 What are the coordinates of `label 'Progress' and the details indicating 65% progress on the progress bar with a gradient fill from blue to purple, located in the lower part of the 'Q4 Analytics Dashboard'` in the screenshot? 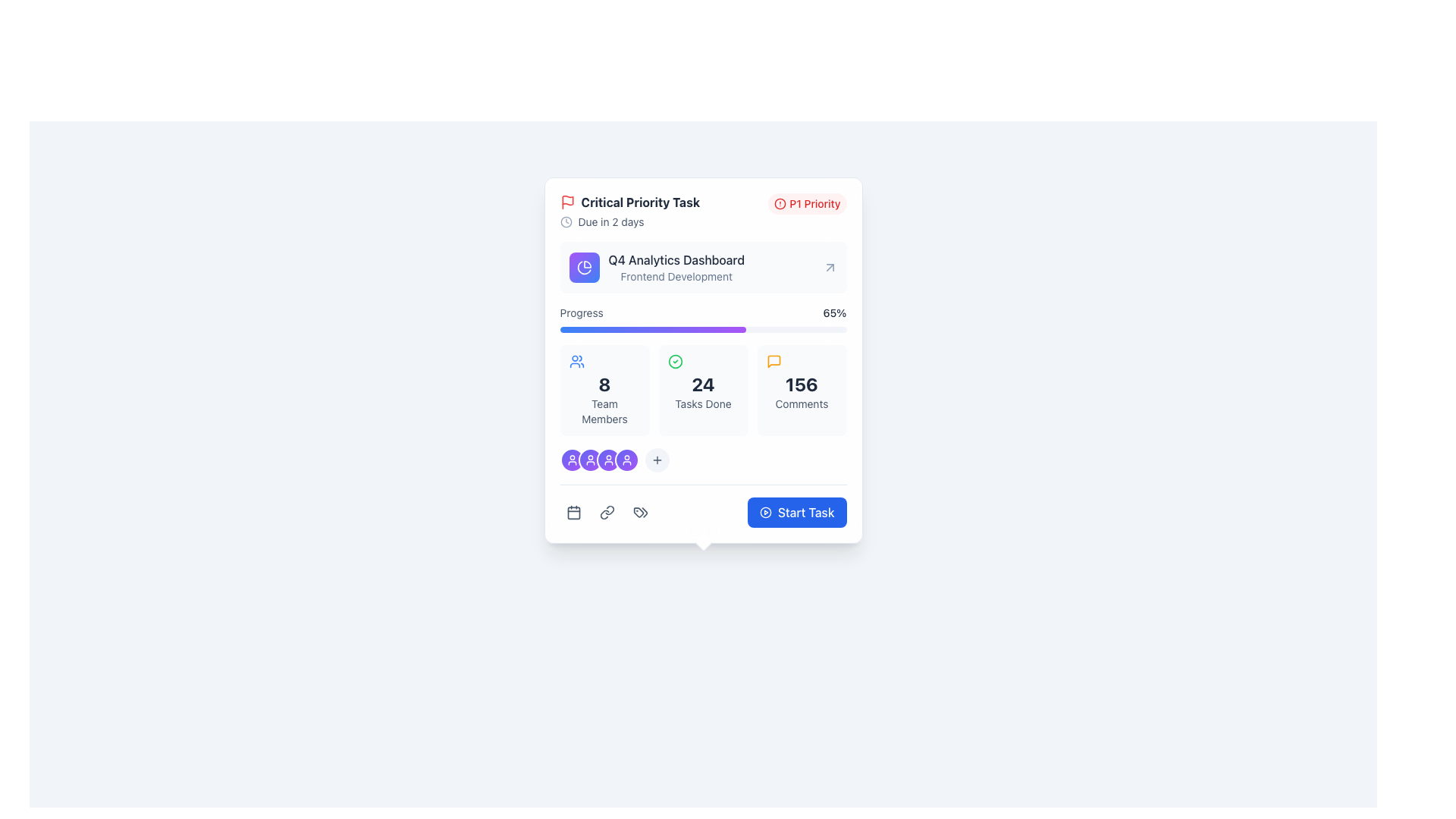 It's located at (702, 318).